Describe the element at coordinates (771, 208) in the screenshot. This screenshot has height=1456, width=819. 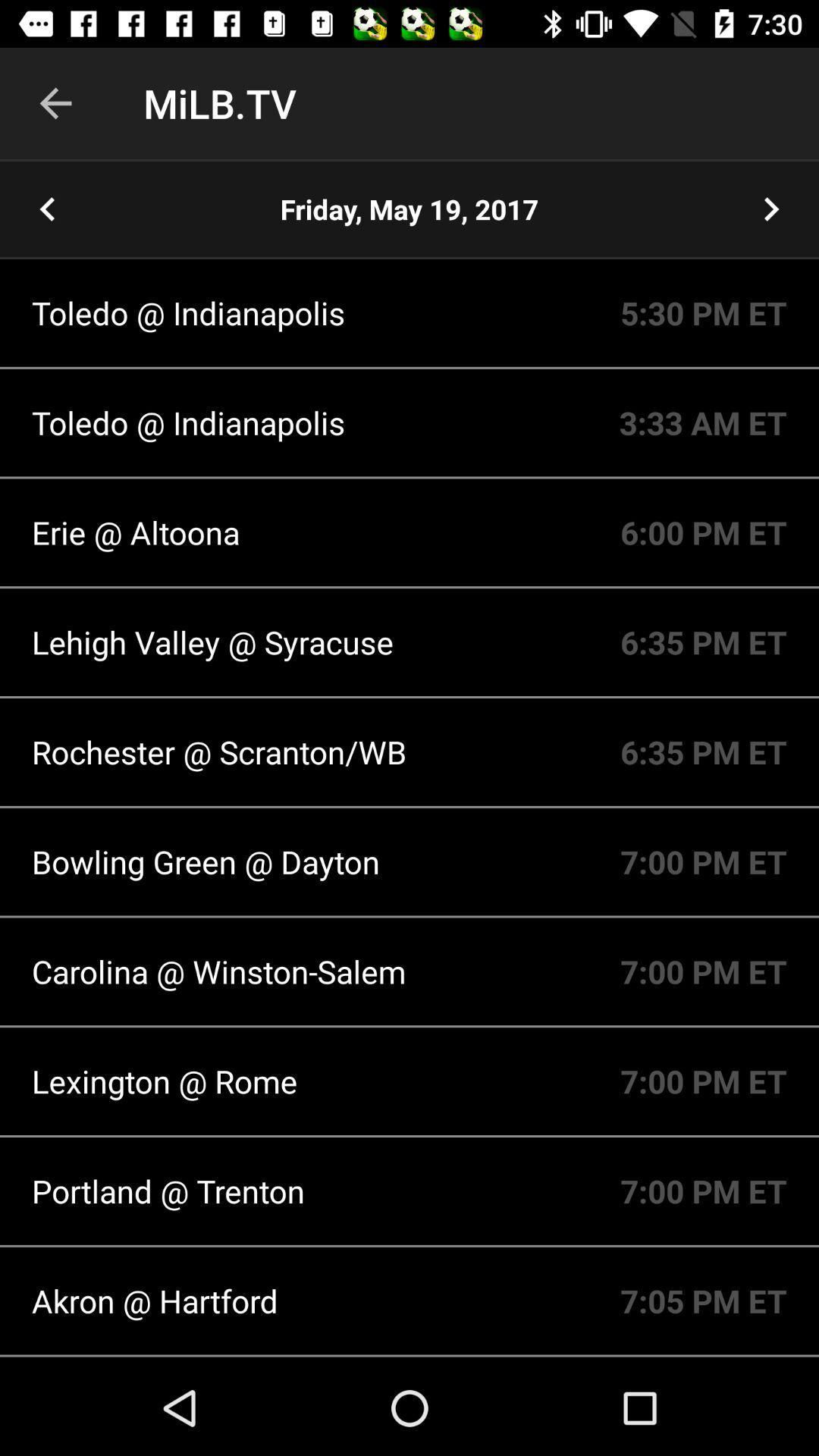
I see `next option` at that location.